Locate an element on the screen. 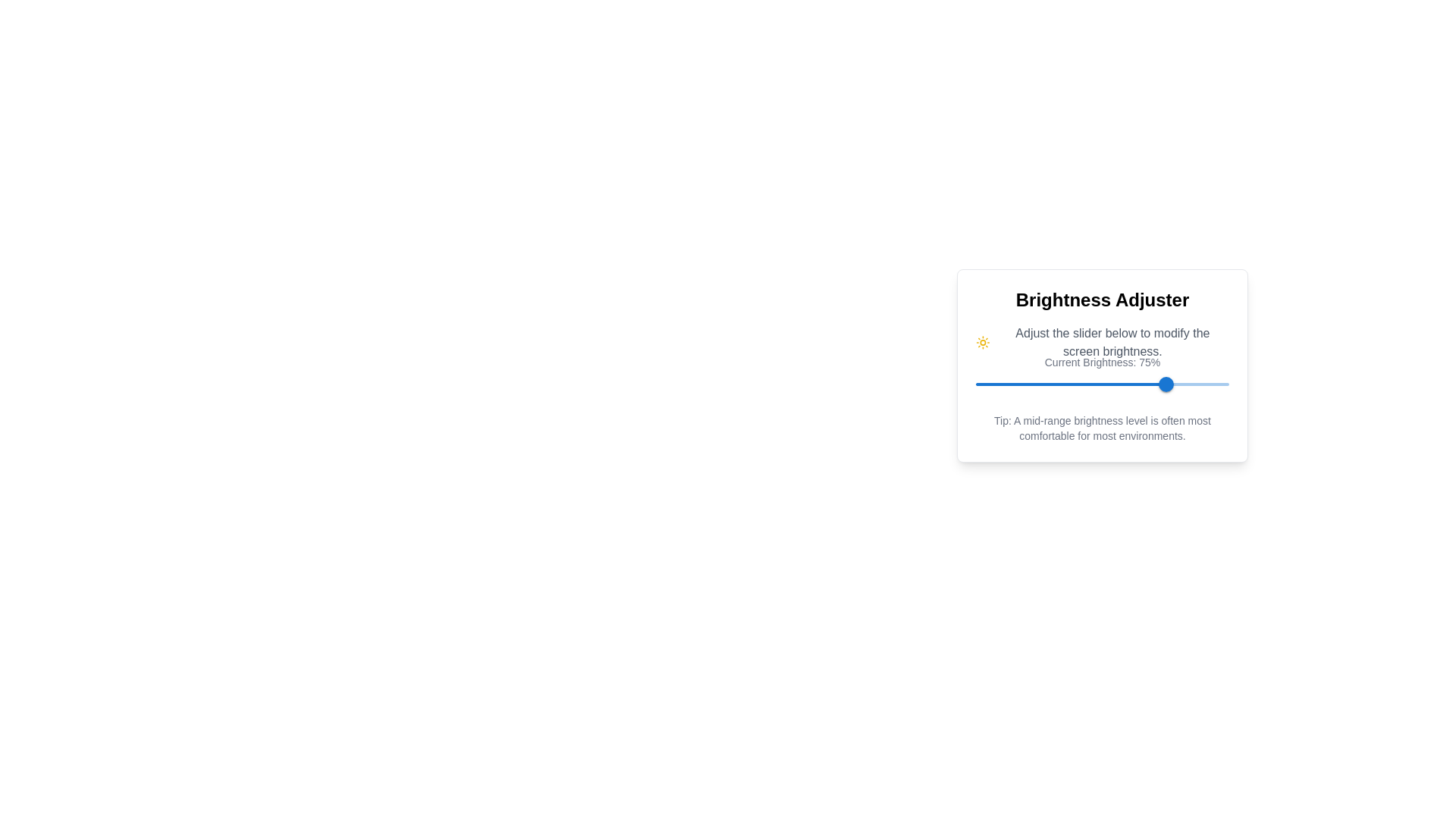 This screenshot has width=1456, height=819. the brightness is located at coordinates (1112, 383).